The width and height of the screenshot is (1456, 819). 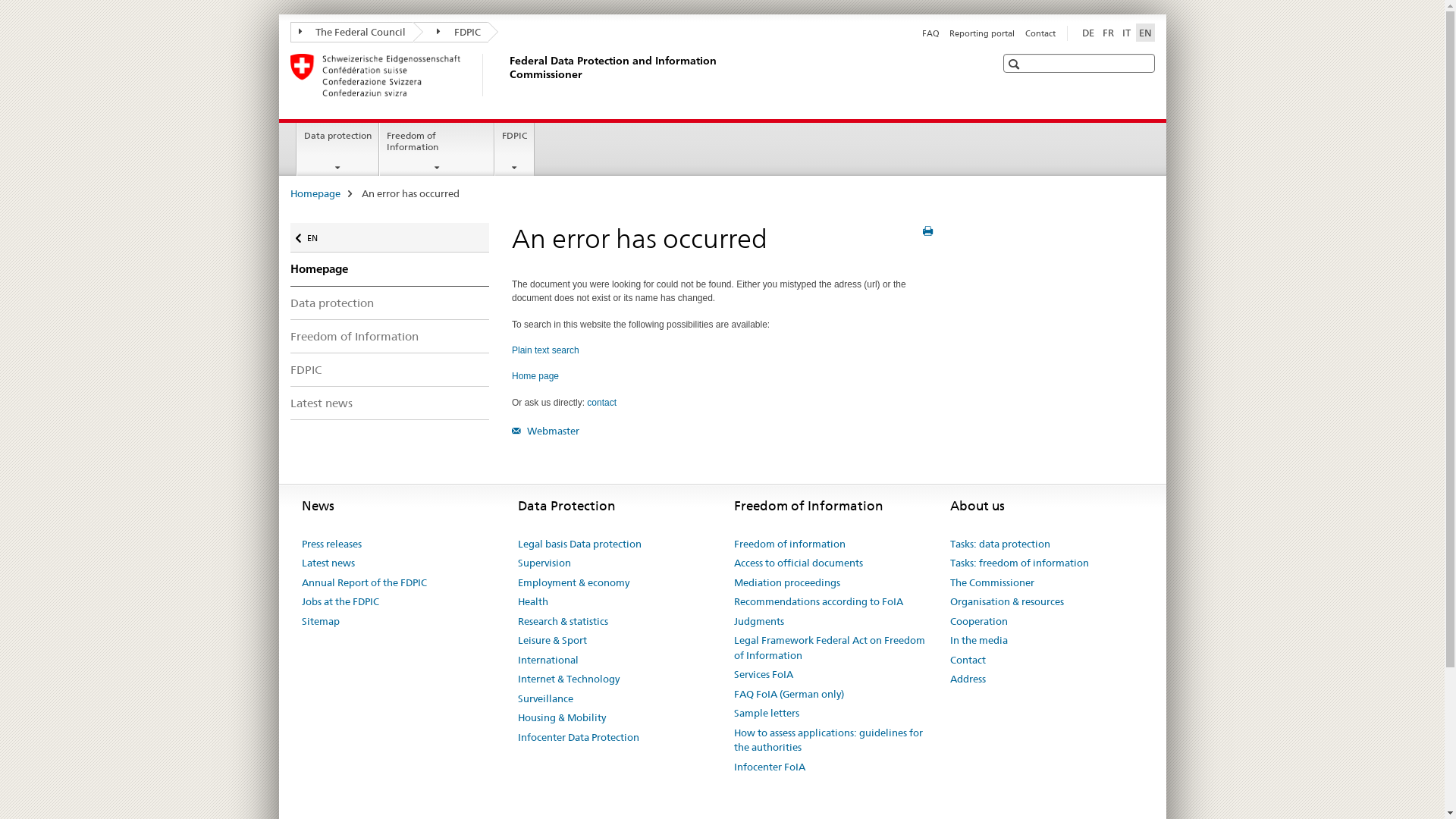 I want to click on 'contact', so click(x=601, y=402).